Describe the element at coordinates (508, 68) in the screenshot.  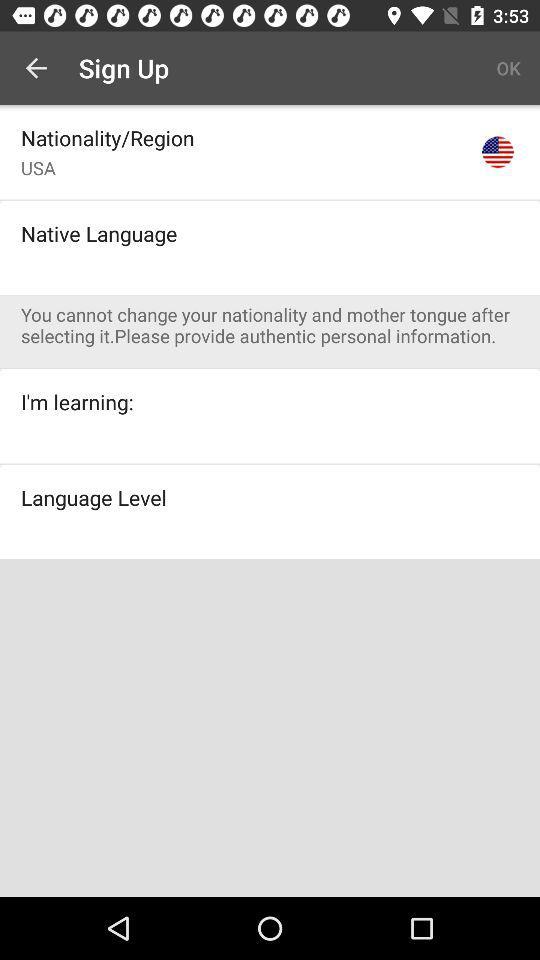
I see `the item to the right of sign up` at that location.